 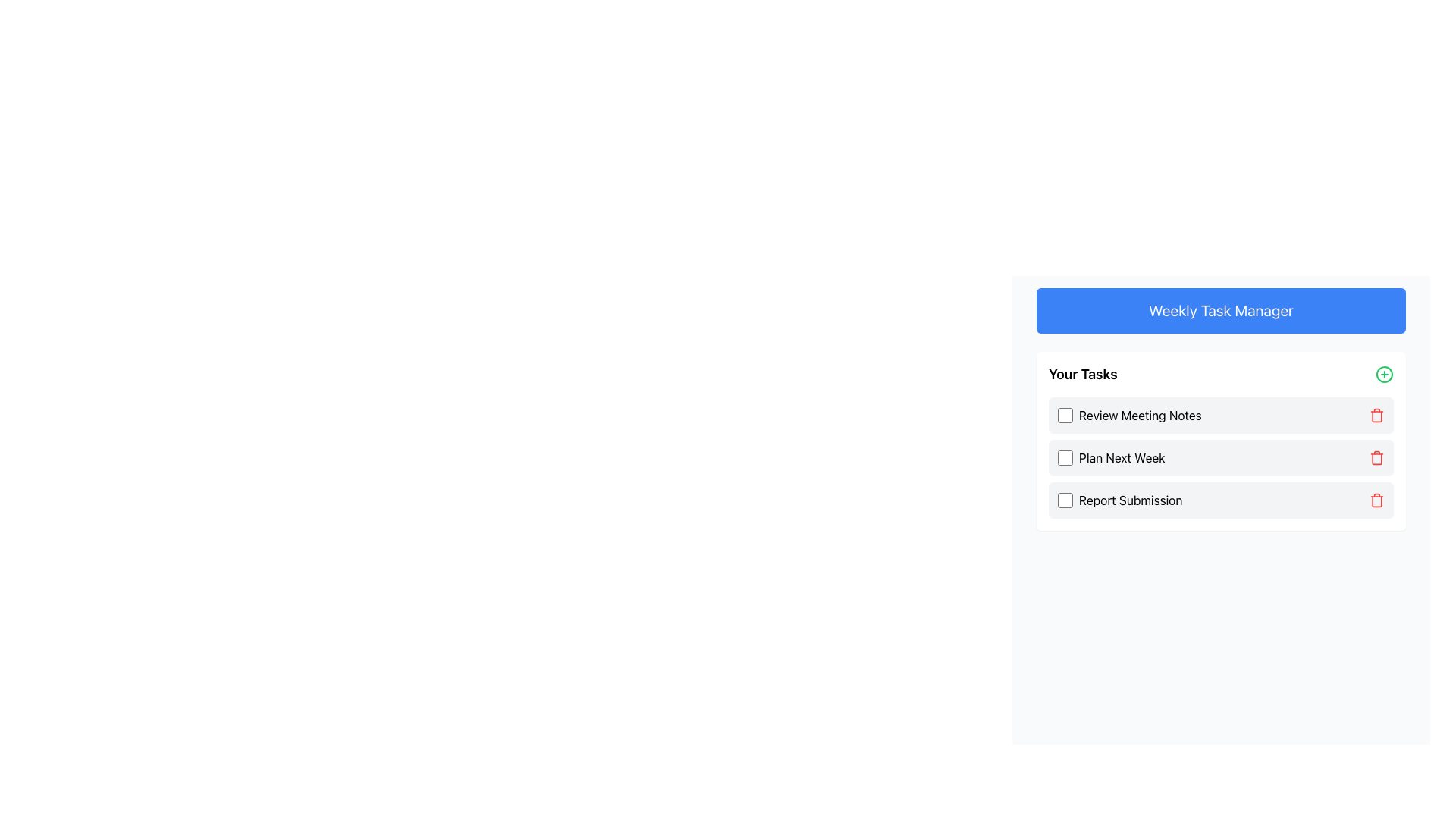 What do you see at coordinates (1384, 374) in the screenshot?
I see `the green circular 'Add' button located at the top right corner of the 'Your Tasks' panel` at bounding box center [1384, 374].